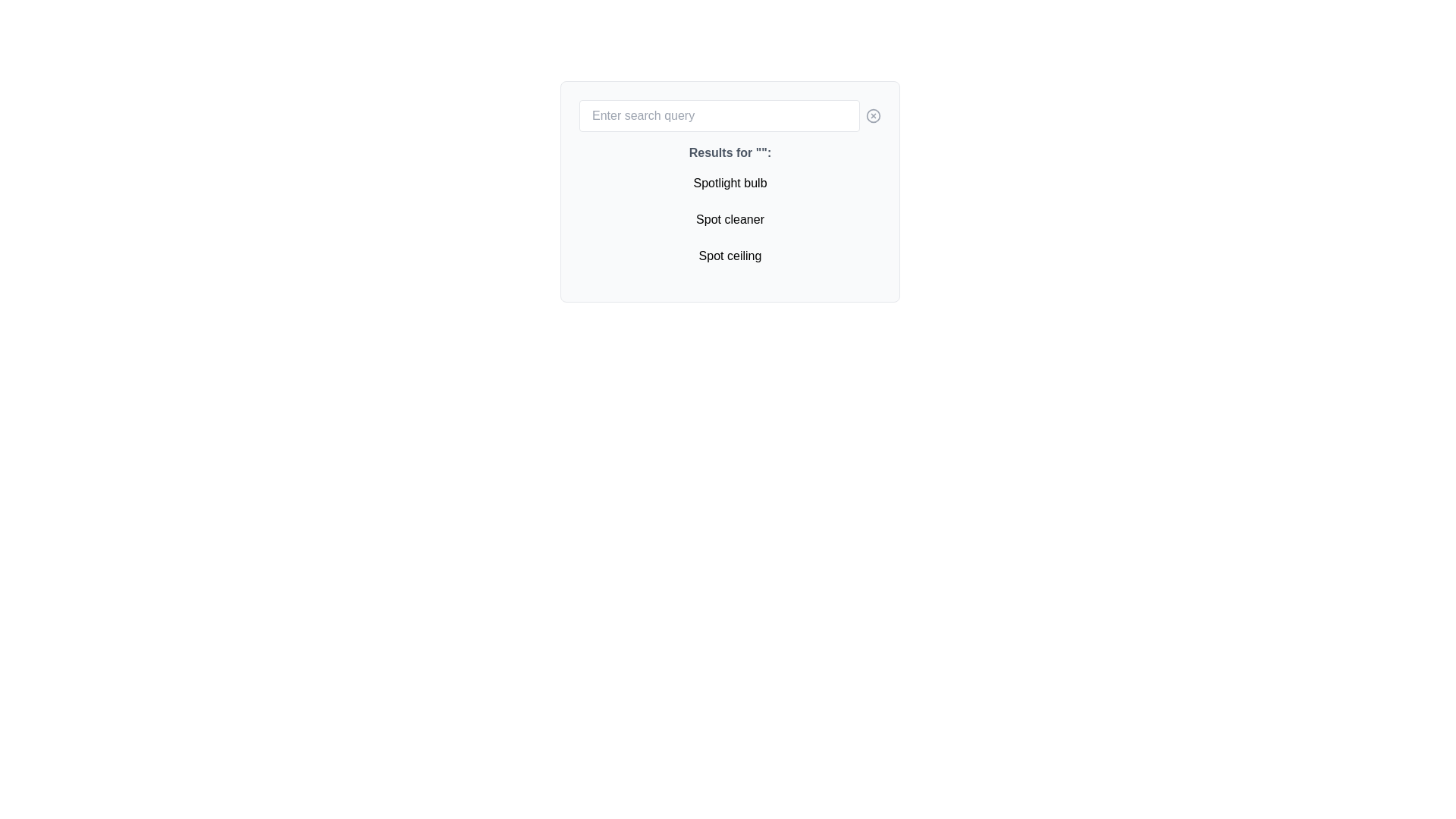 This screenshot has width=1456, height=819. I want to click on the static textual character 't' in the word 'Spot' of the label 'Spot ceiling', which is located in the lower right section of the search result box, so click(721, 255).